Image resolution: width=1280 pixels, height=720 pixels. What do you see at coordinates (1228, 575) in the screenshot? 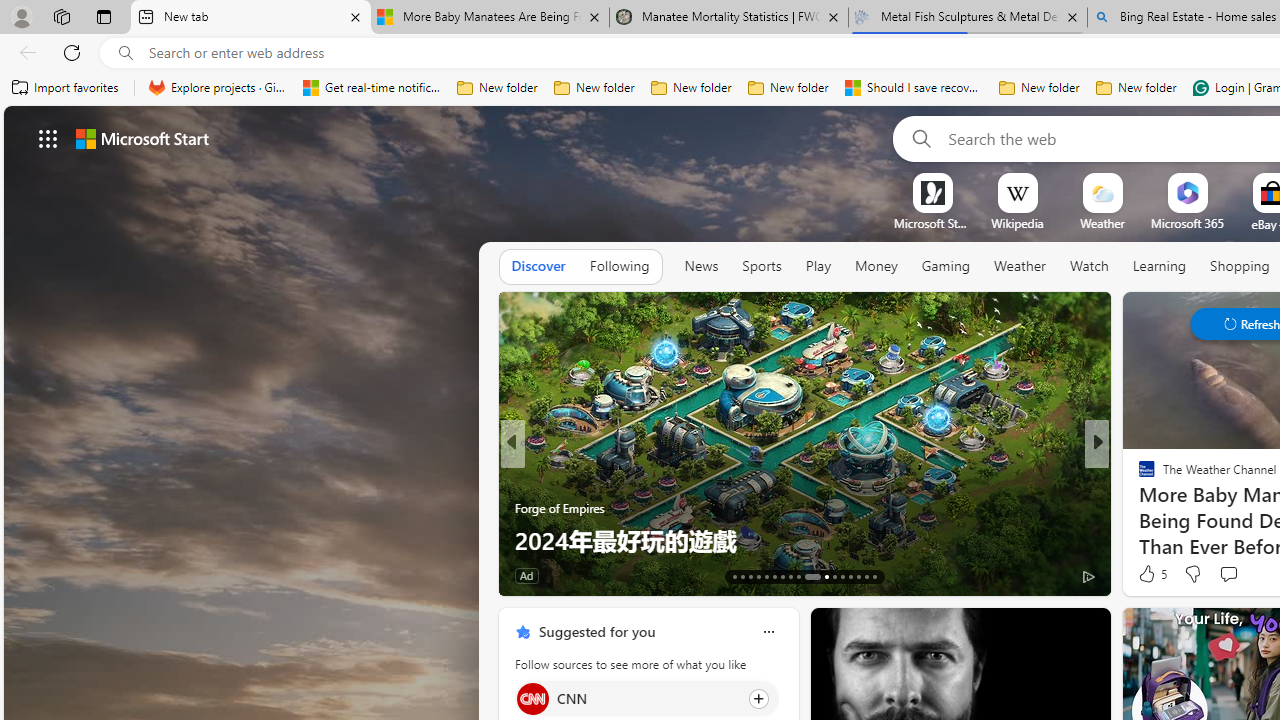
I see `'View comments 1 Comment'` at bounding box center [1228, 575].